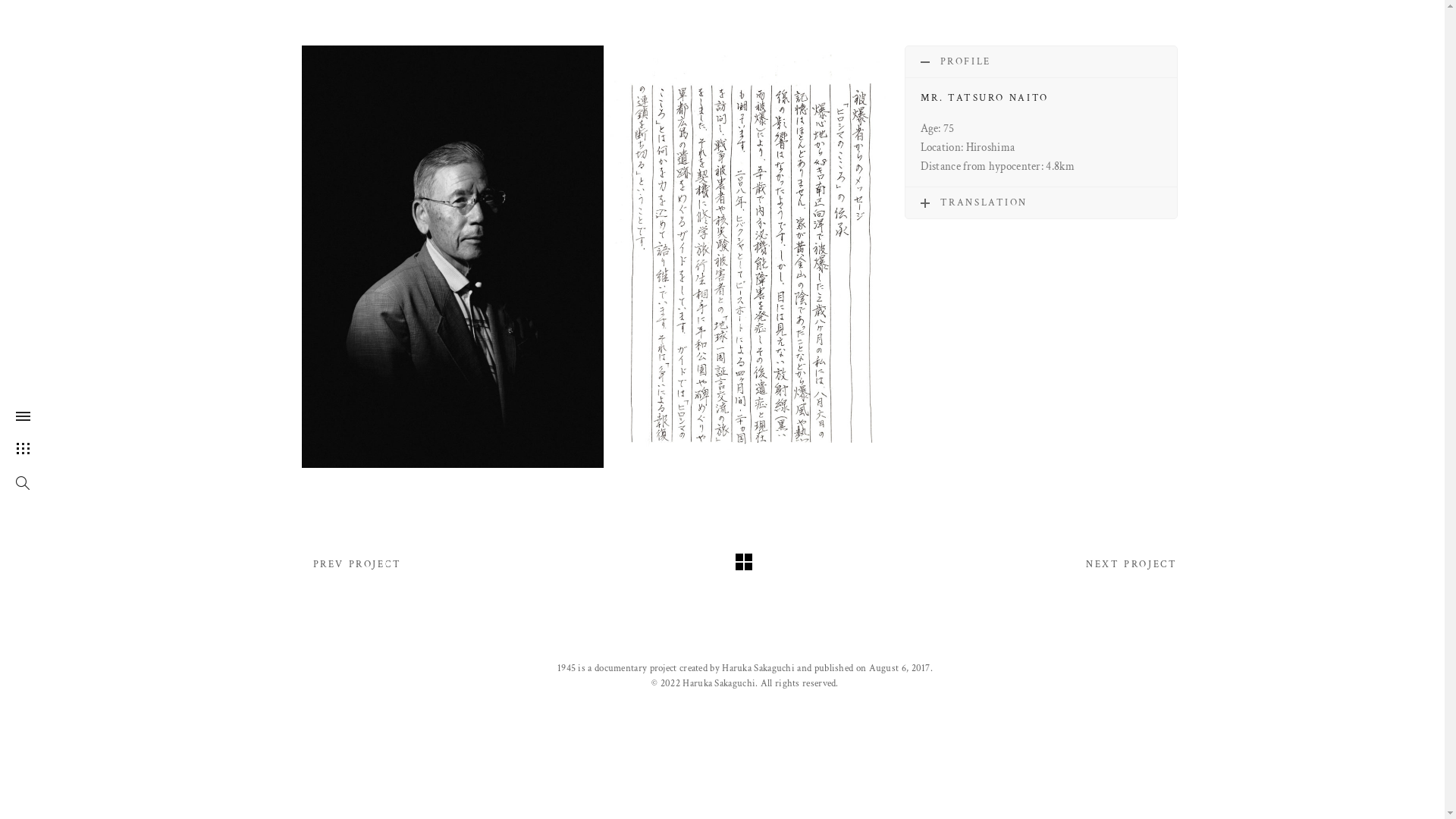 The height and width of the screenshot is (819, 1456). I want to click on 'PROFILE', so click(905, 61).